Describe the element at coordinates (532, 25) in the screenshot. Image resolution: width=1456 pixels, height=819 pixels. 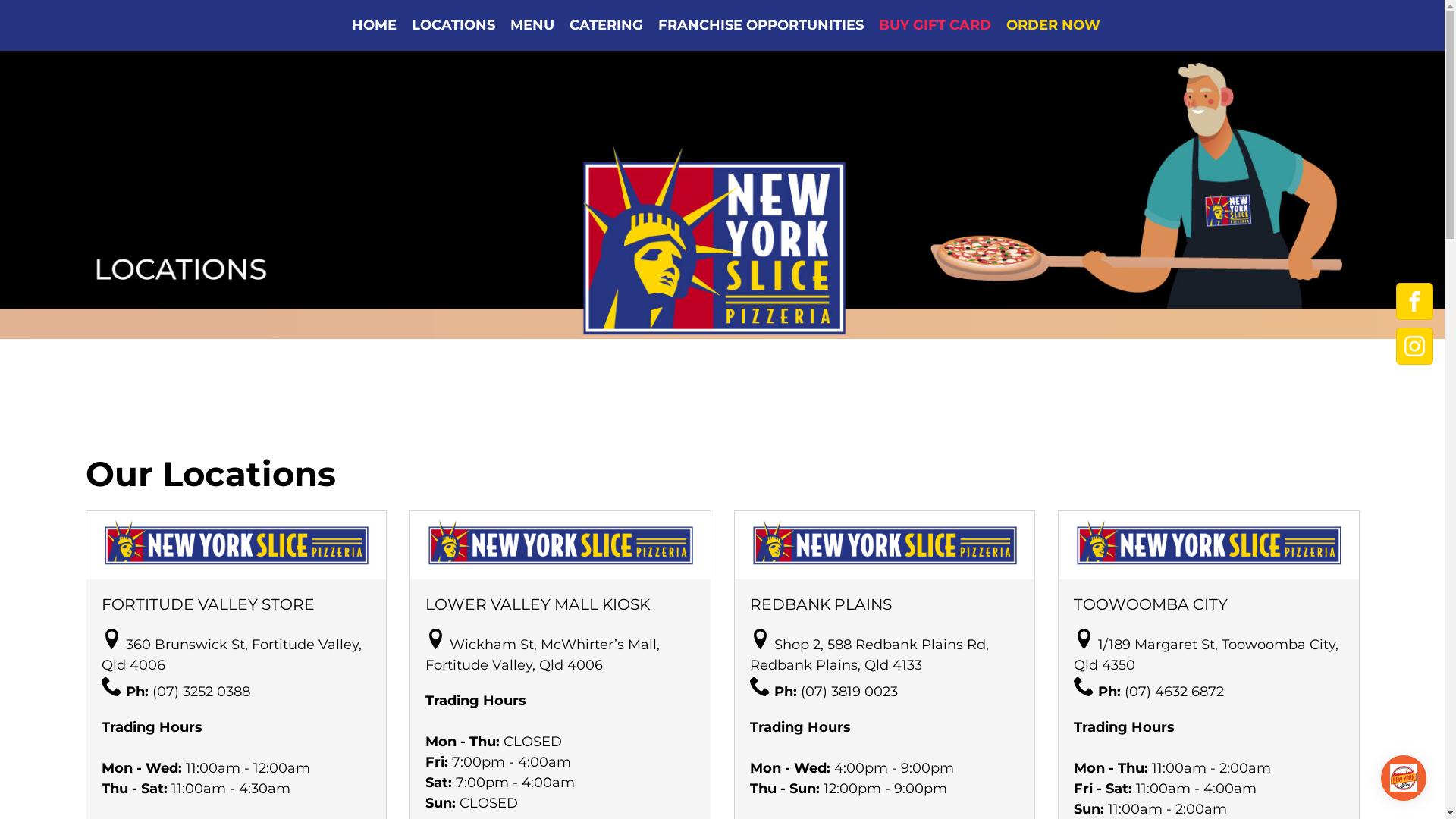
I see `'MENU'` at that location.